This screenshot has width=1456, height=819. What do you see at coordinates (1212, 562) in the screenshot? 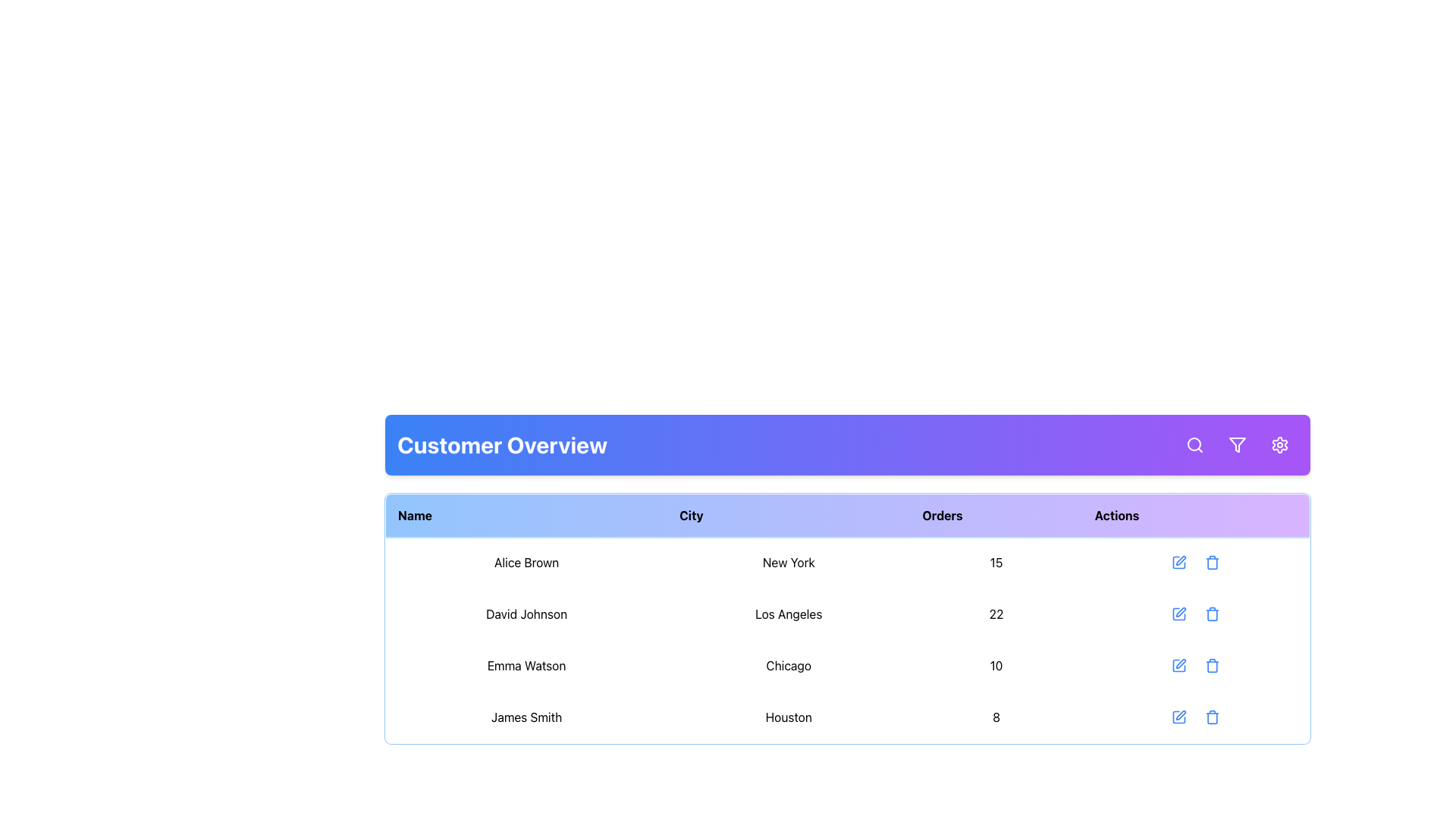
I see `the trash can icon button located in the 'Actions' column of the first row for 'Alice Brown'` at bounding box center [1212, 562].